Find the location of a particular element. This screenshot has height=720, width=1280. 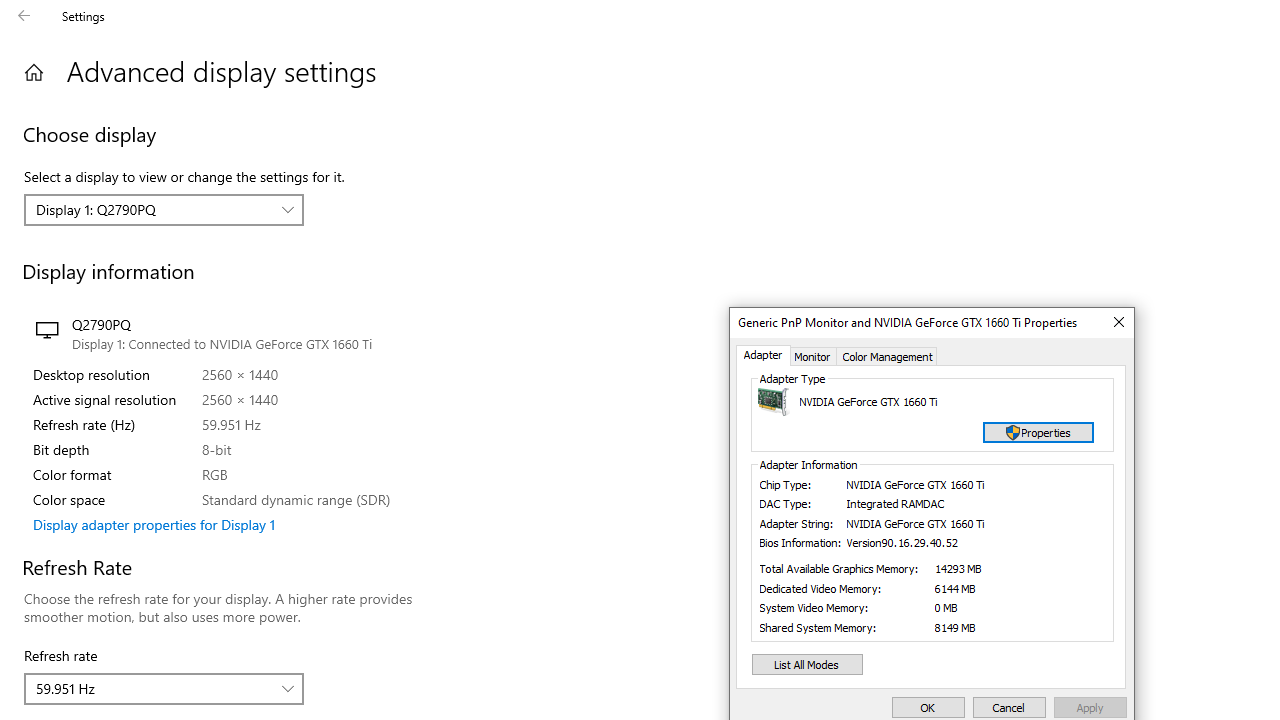

'Cancel' is located at coordinates (1009, 706).